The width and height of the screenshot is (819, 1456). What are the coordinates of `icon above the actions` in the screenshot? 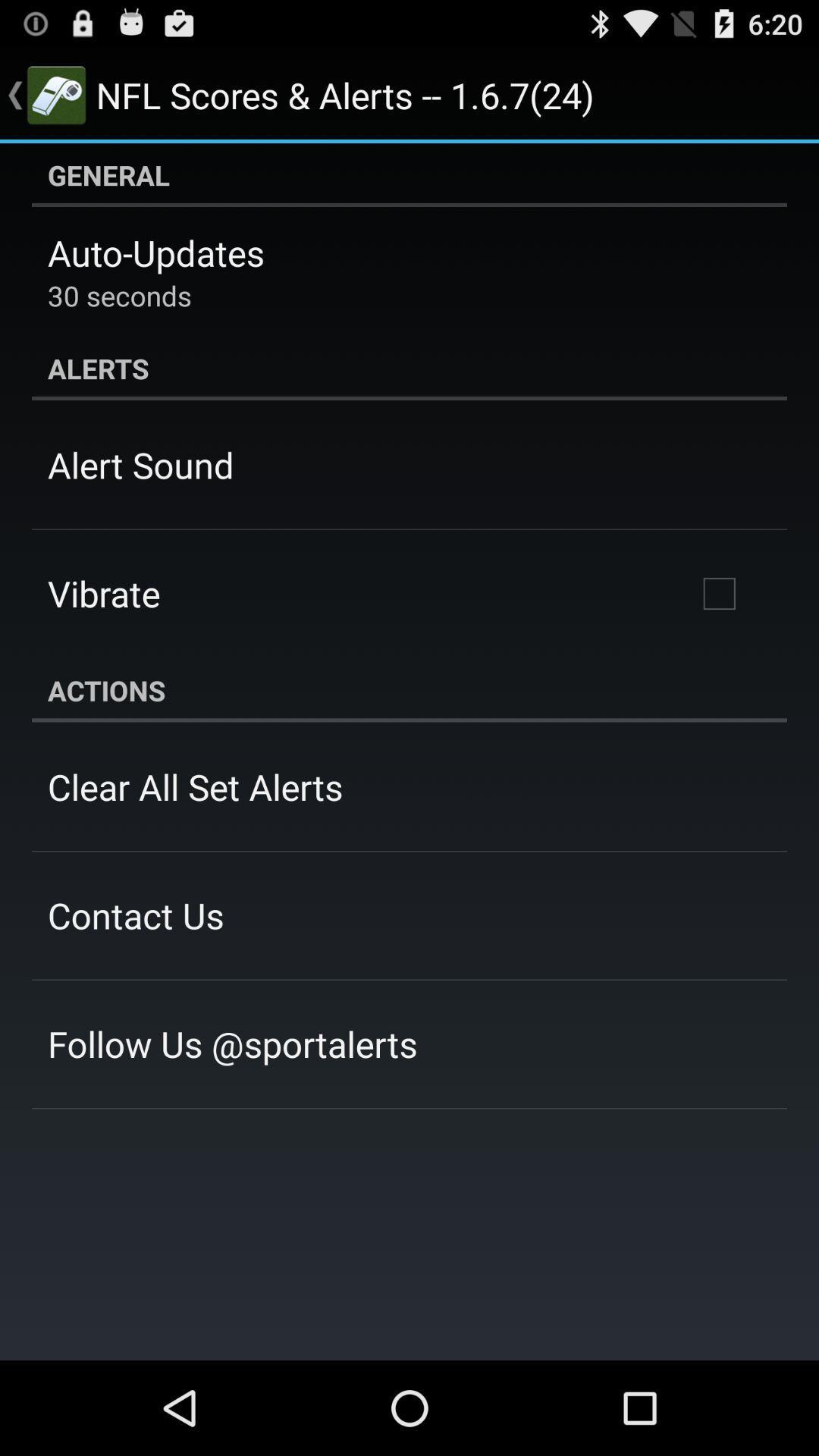 It's located at (718, 592).